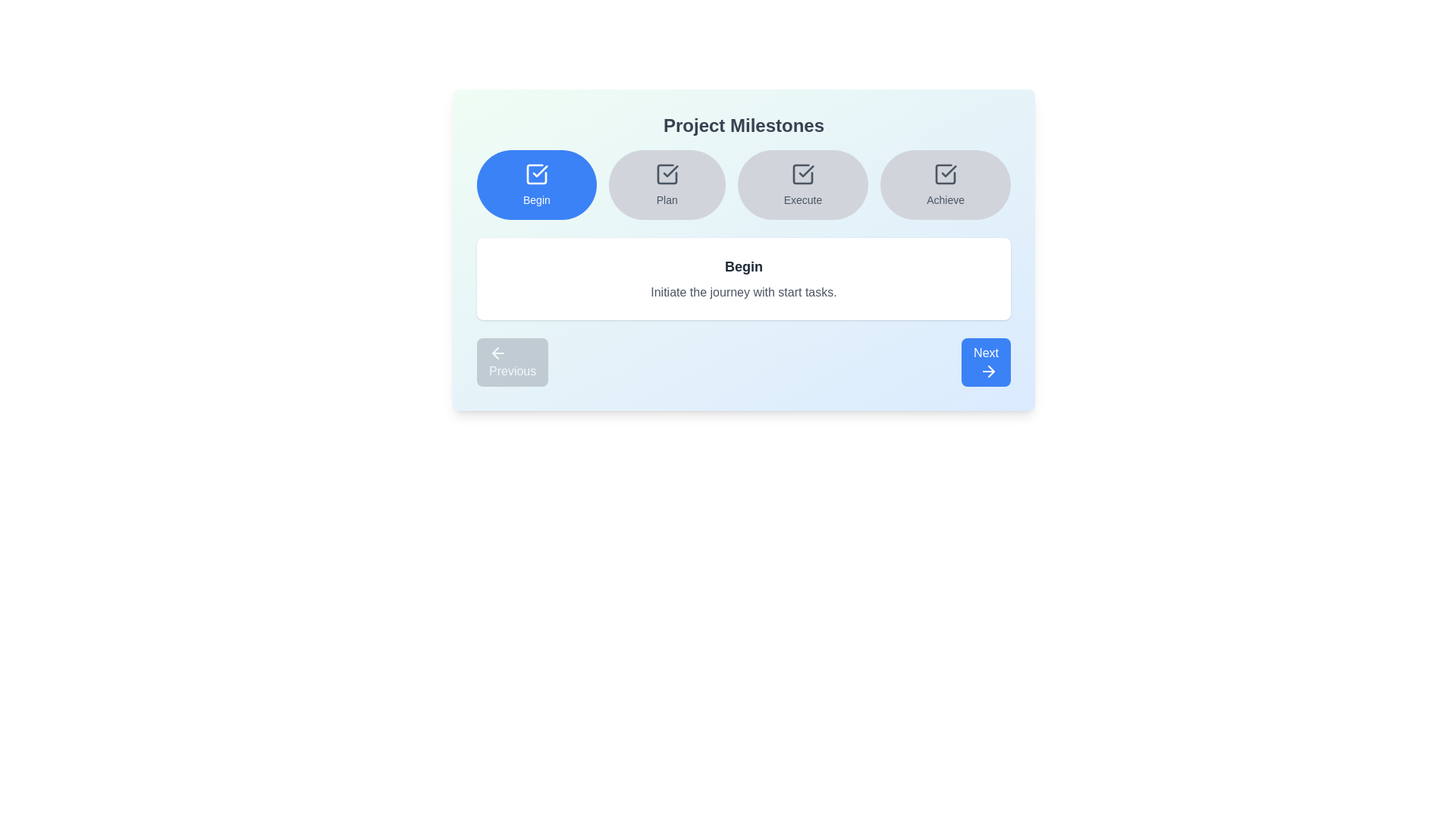 Image resolution: width=1456 pixels, height=819 pixels. I want to click on the 'Plan' button, which is the second button in a sequence of four buttons labeled 'Begin', 'Plan', 'Execute', and 'Achieve', so click(667, 184).